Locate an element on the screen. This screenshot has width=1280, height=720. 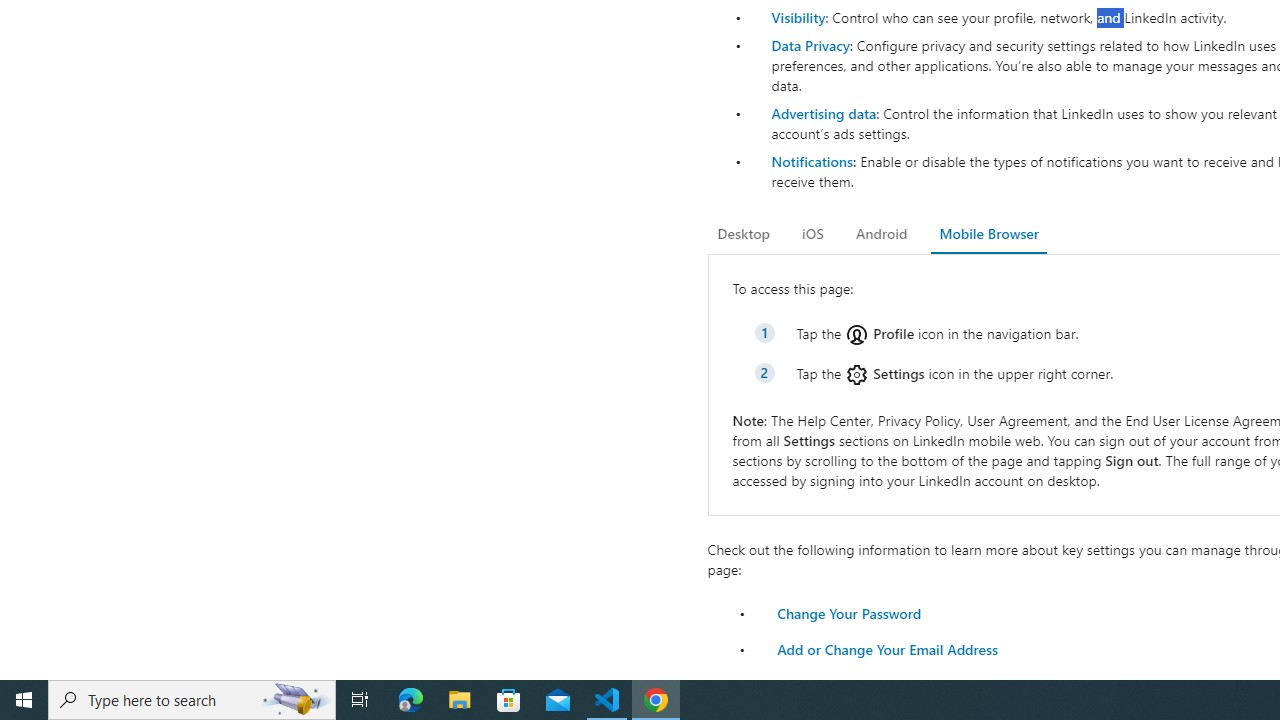
'Desktop' is located at coordinates (743, 233).